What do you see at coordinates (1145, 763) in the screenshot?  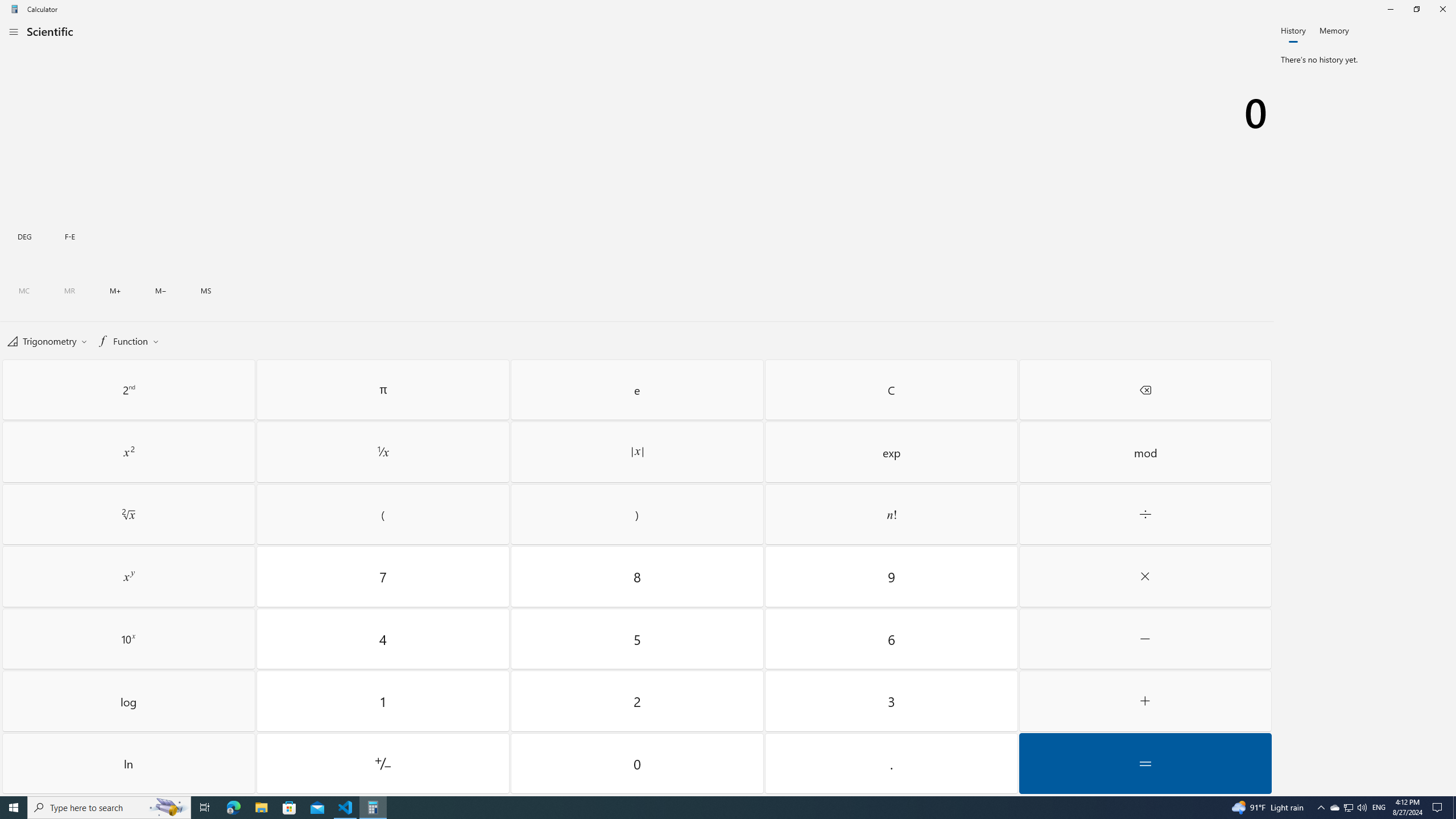 I see `'Equals'` at bounding box center [1145, 763].